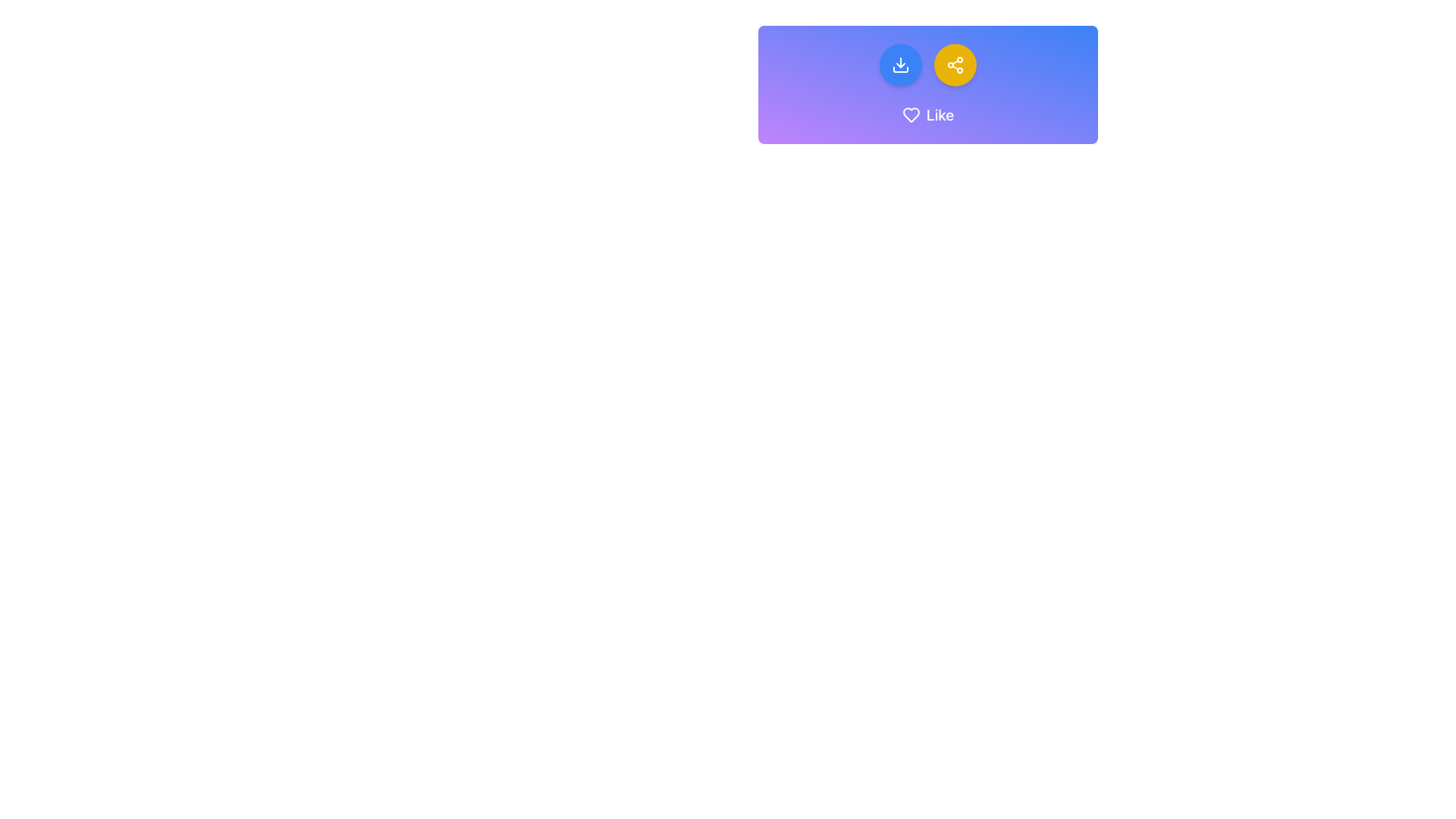  What do you see at coordinates (910, 114) in the screenshot?
I see `the first icon representing the 'Like' action, positioned to the left of the text 'Like', which serves as a visual representation for favoriting an item` at bounding box center [910, 114].